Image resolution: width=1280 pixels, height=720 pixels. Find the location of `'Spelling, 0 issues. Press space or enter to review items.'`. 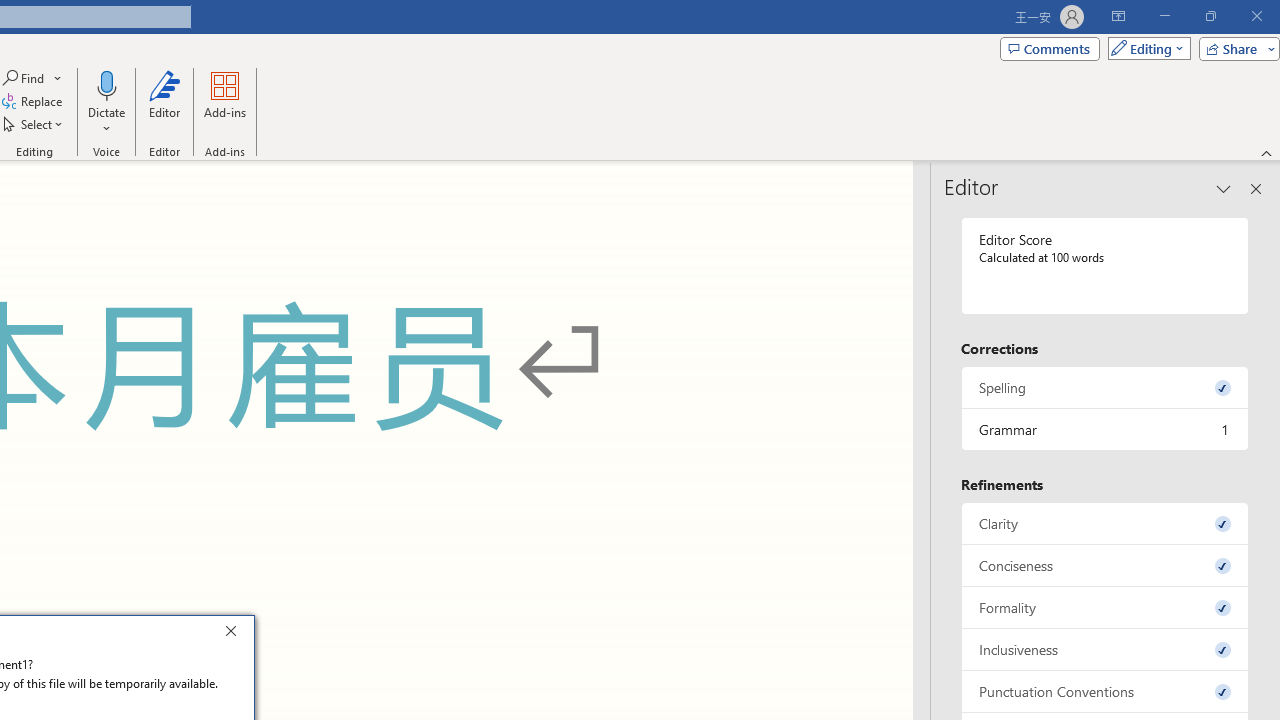

'Spelling, 0 issues. Press space or enter to review items.' is located at coordinates (1104, 387).